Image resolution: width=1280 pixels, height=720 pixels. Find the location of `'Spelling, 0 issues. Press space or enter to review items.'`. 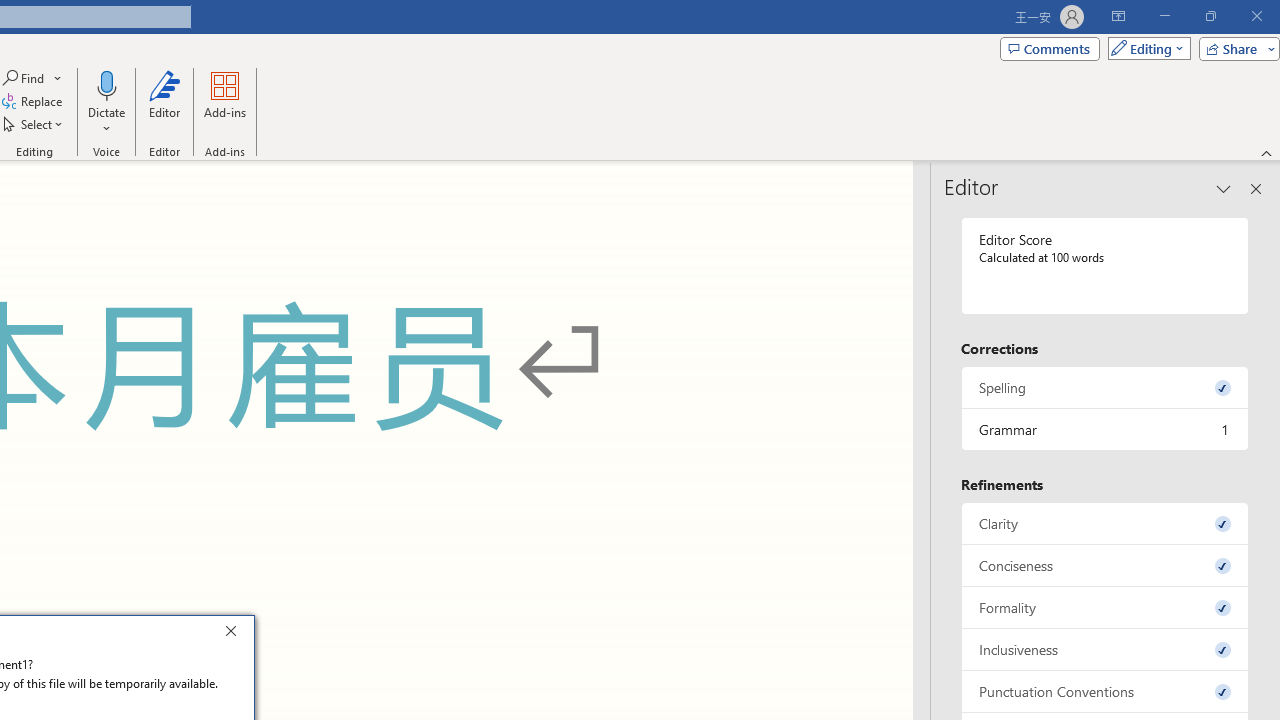

'Spelling, 0 issues. Press space or enter to review items.' is located at coordinates (1104, 387).